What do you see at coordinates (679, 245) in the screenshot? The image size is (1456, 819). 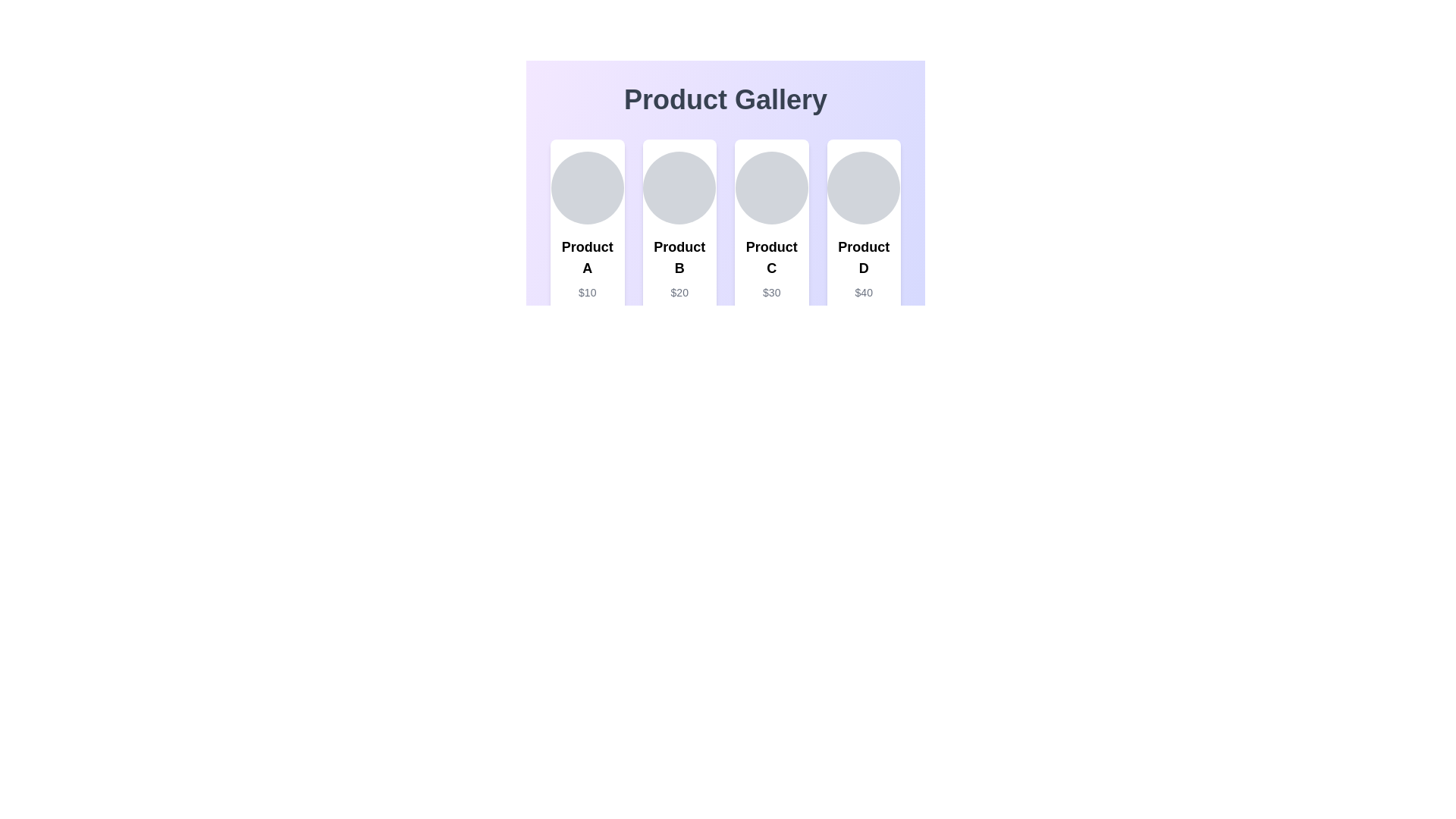 I see `the second card from the left in the horizontally aligned grid, which displays the product information for 'Product B' with a price of '$20'` at bounding box center [679, 245].